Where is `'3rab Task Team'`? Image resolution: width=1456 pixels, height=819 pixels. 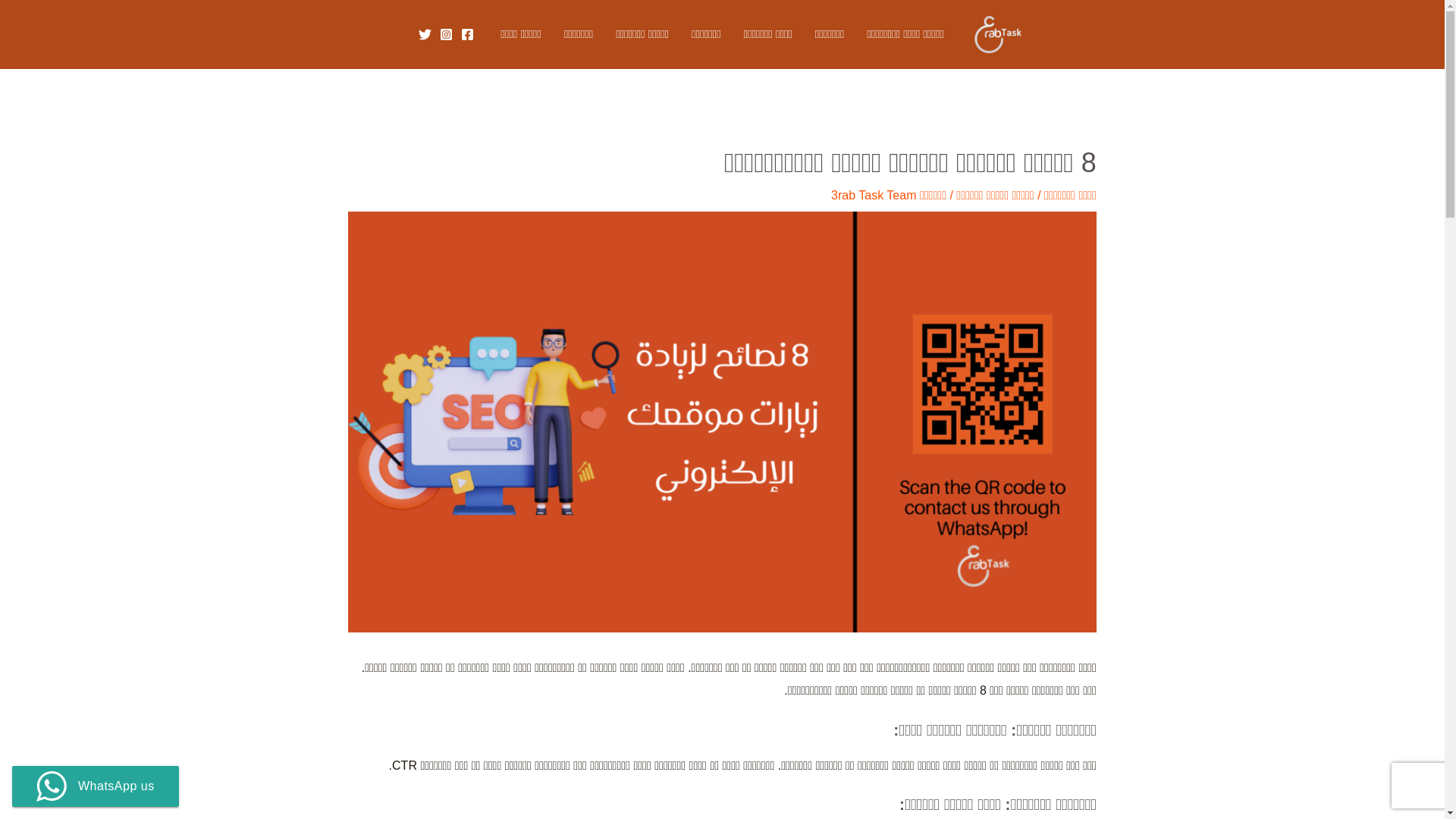
'3rab Task Team' is located at coordinates (874, 194).